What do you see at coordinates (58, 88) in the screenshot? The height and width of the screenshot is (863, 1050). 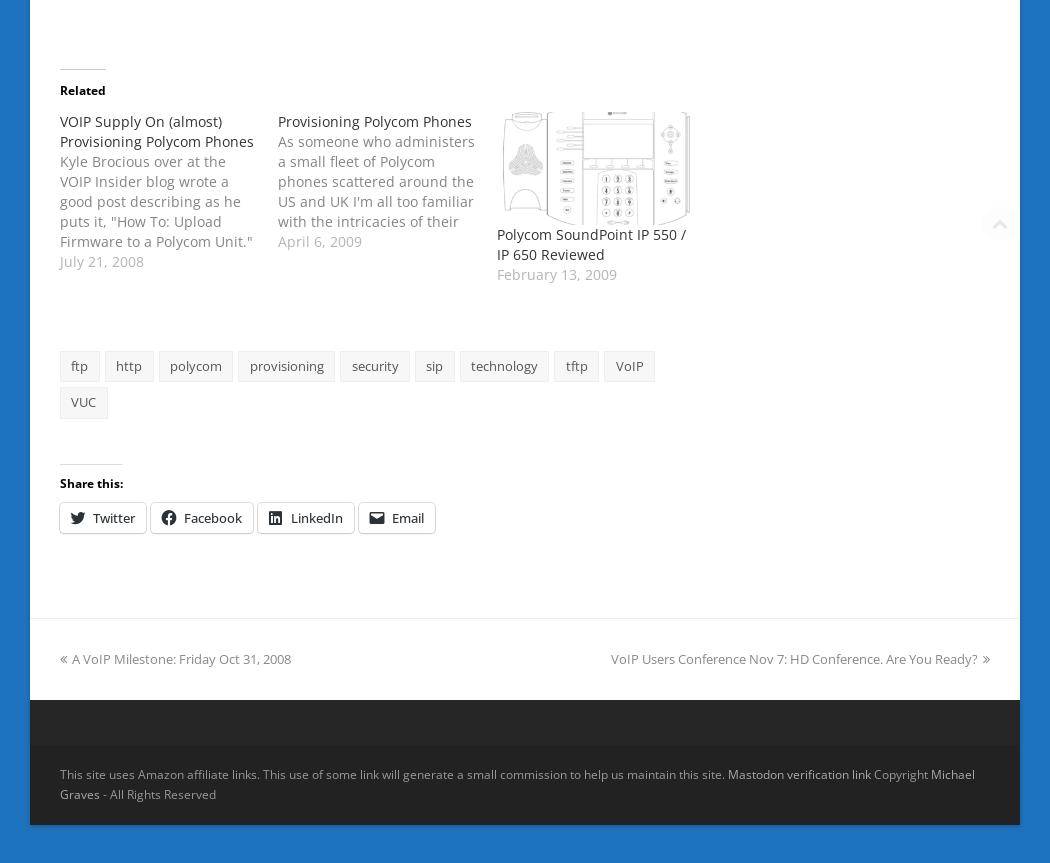 I see `'Related'` at bounding box center [58, 88].